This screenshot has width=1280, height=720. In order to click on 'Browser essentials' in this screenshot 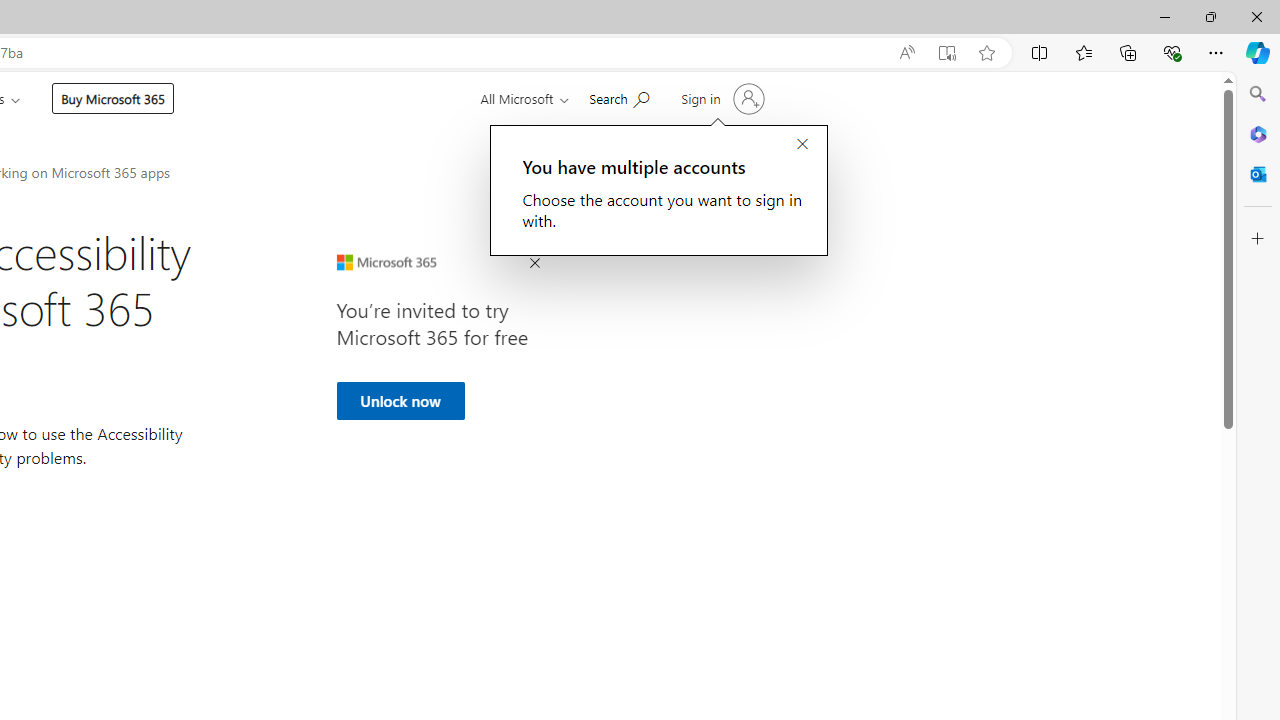, I will do `click(1171, 51)`.